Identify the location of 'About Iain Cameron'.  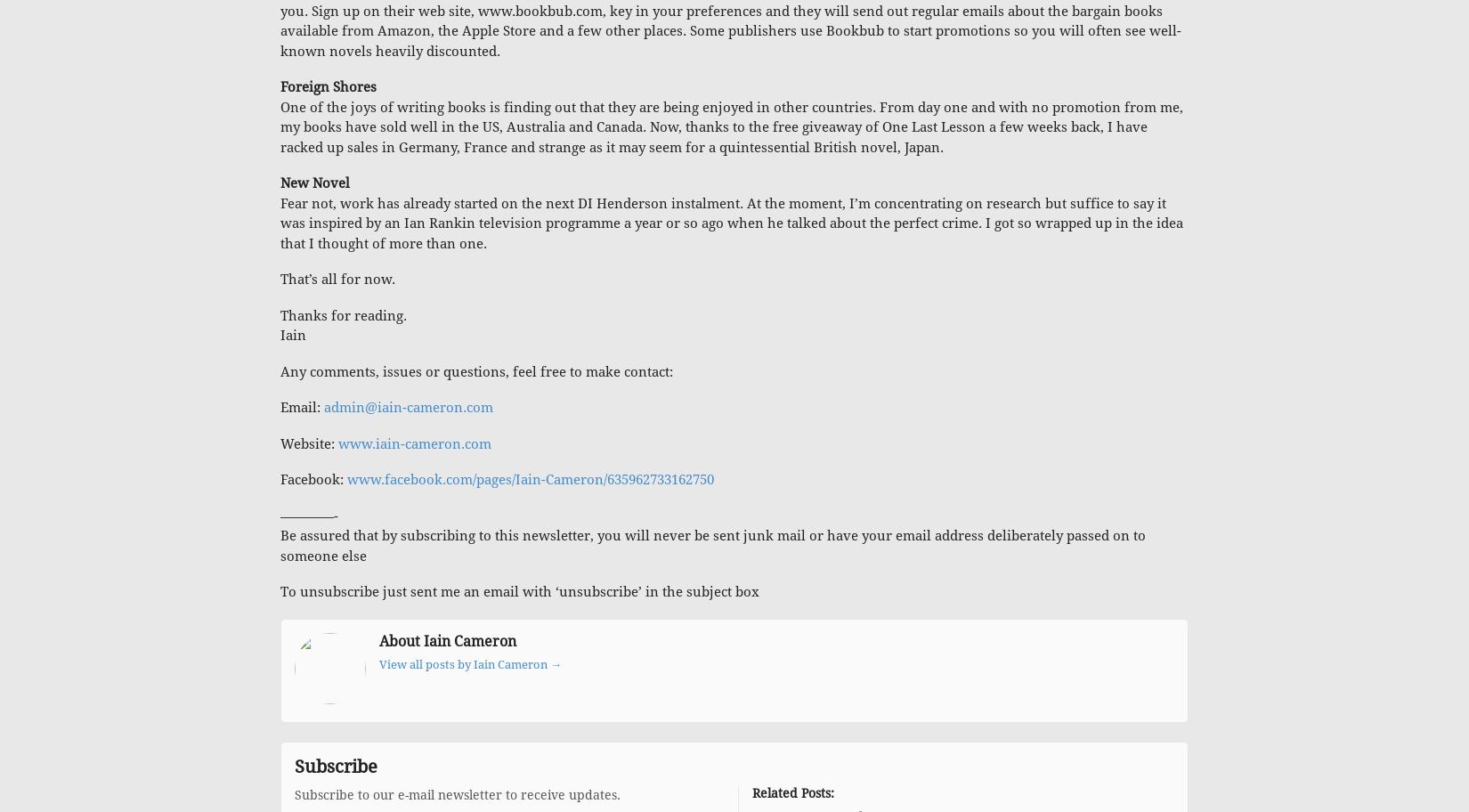
(446, 640).